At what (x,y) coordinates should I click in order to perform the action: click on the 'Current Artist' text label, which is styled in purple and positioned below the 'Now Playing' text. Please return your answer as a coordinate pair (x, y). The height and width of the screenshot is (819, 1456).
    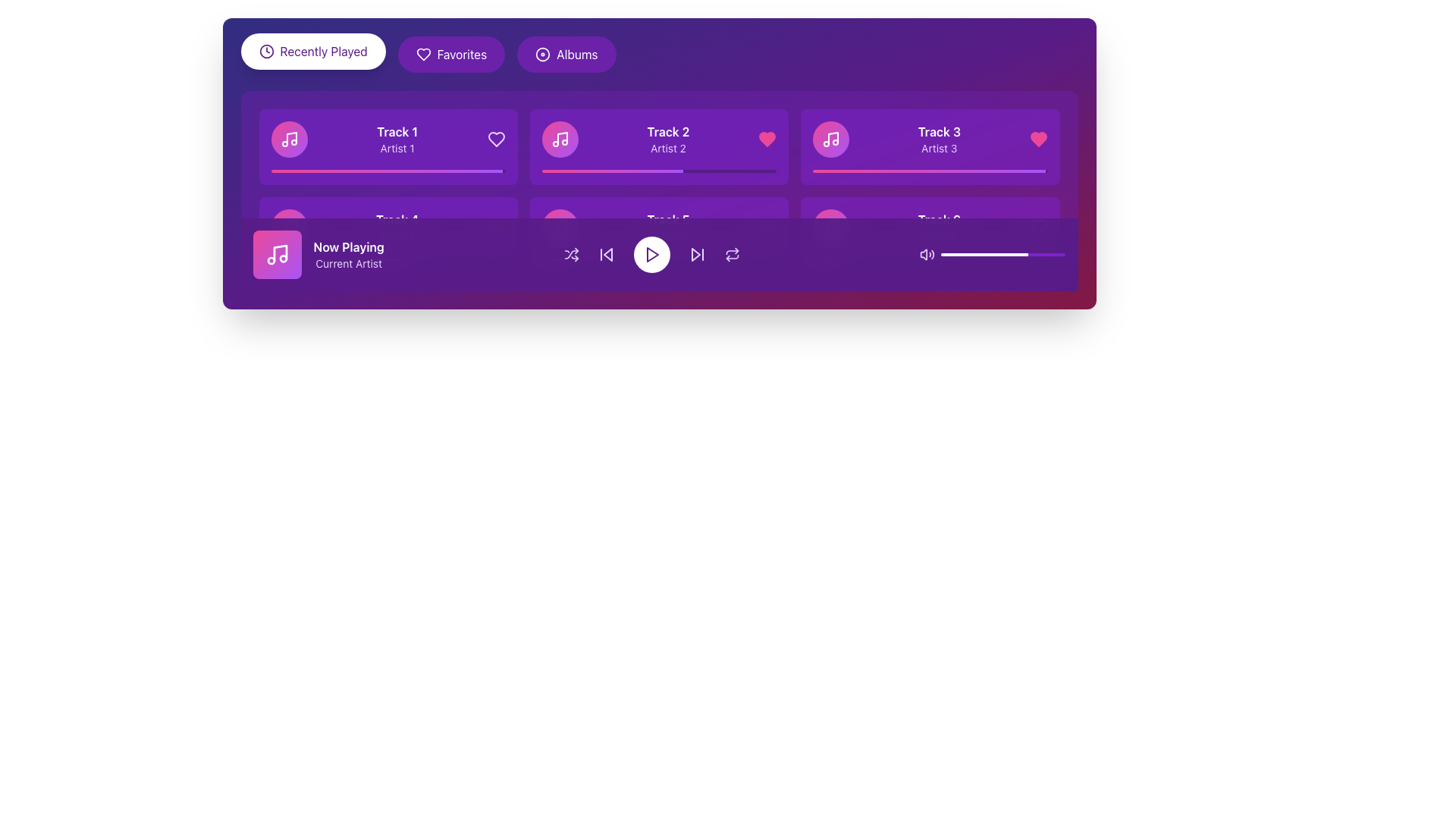
    Looking at the image, I should click on (348, 262).